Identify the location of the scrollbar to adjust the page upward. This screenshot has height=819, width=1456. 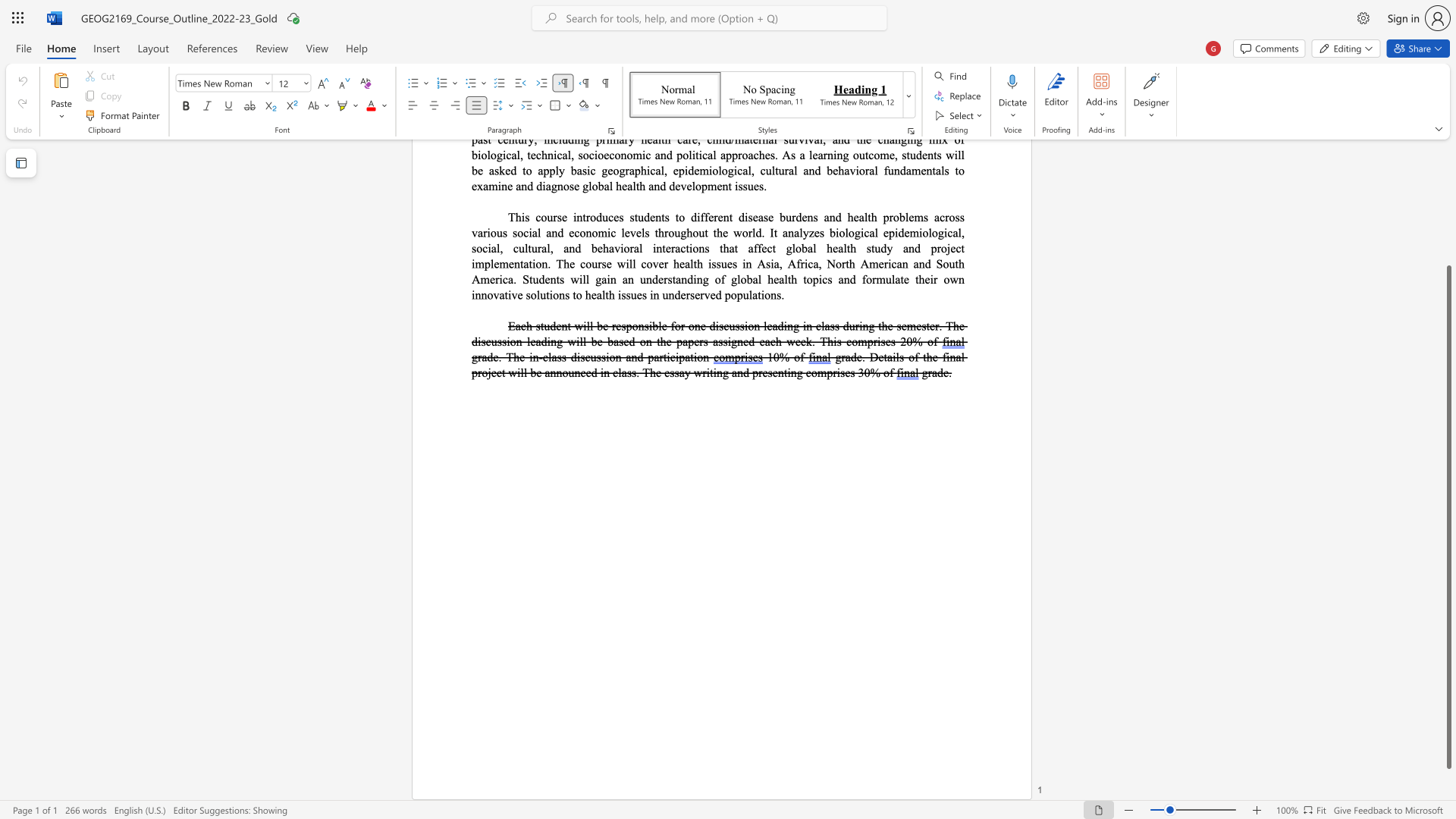
(1448, 256).